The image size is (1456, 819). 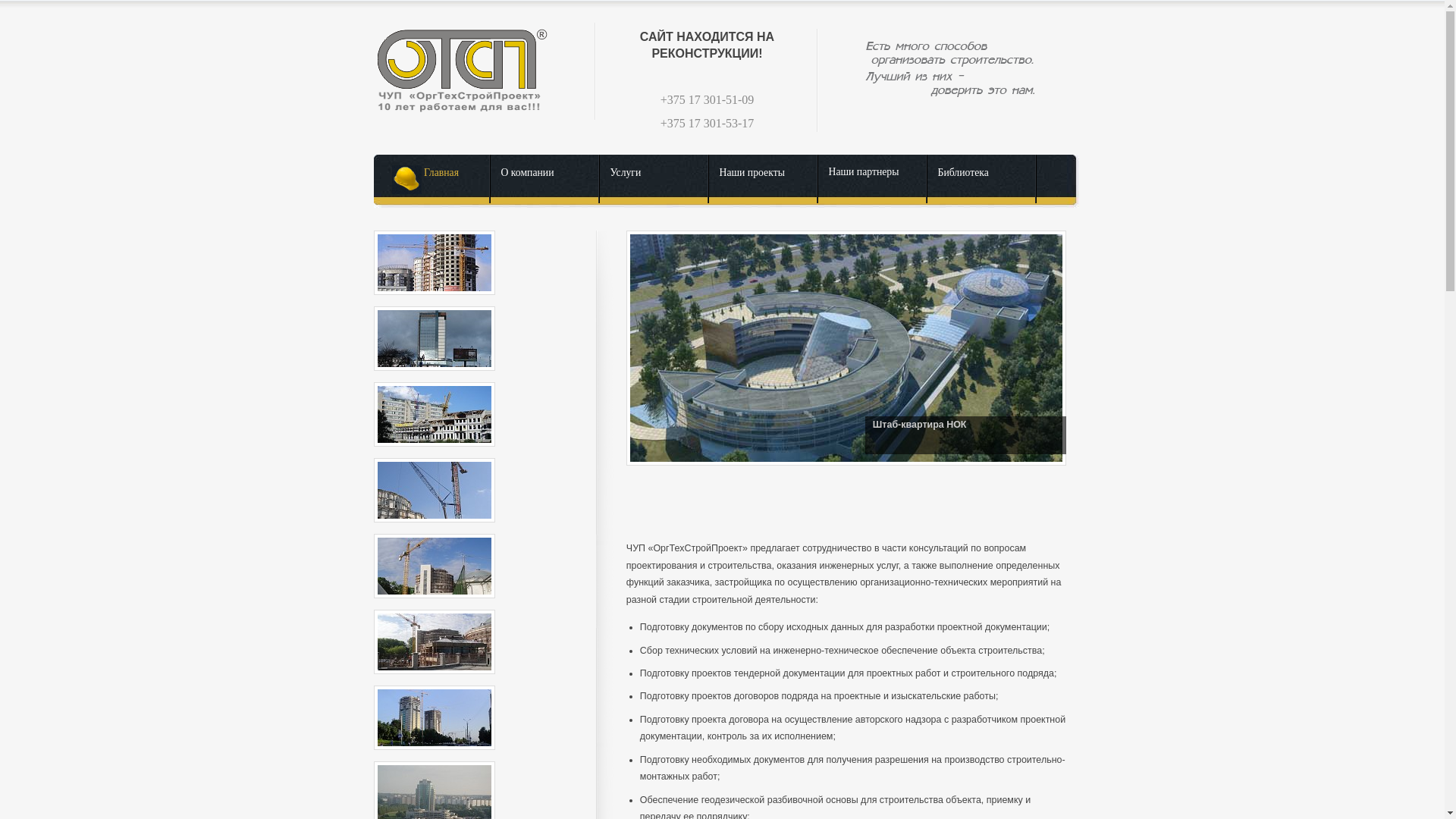 I want to click on '02JPG - ', so click(x=432, y=337).